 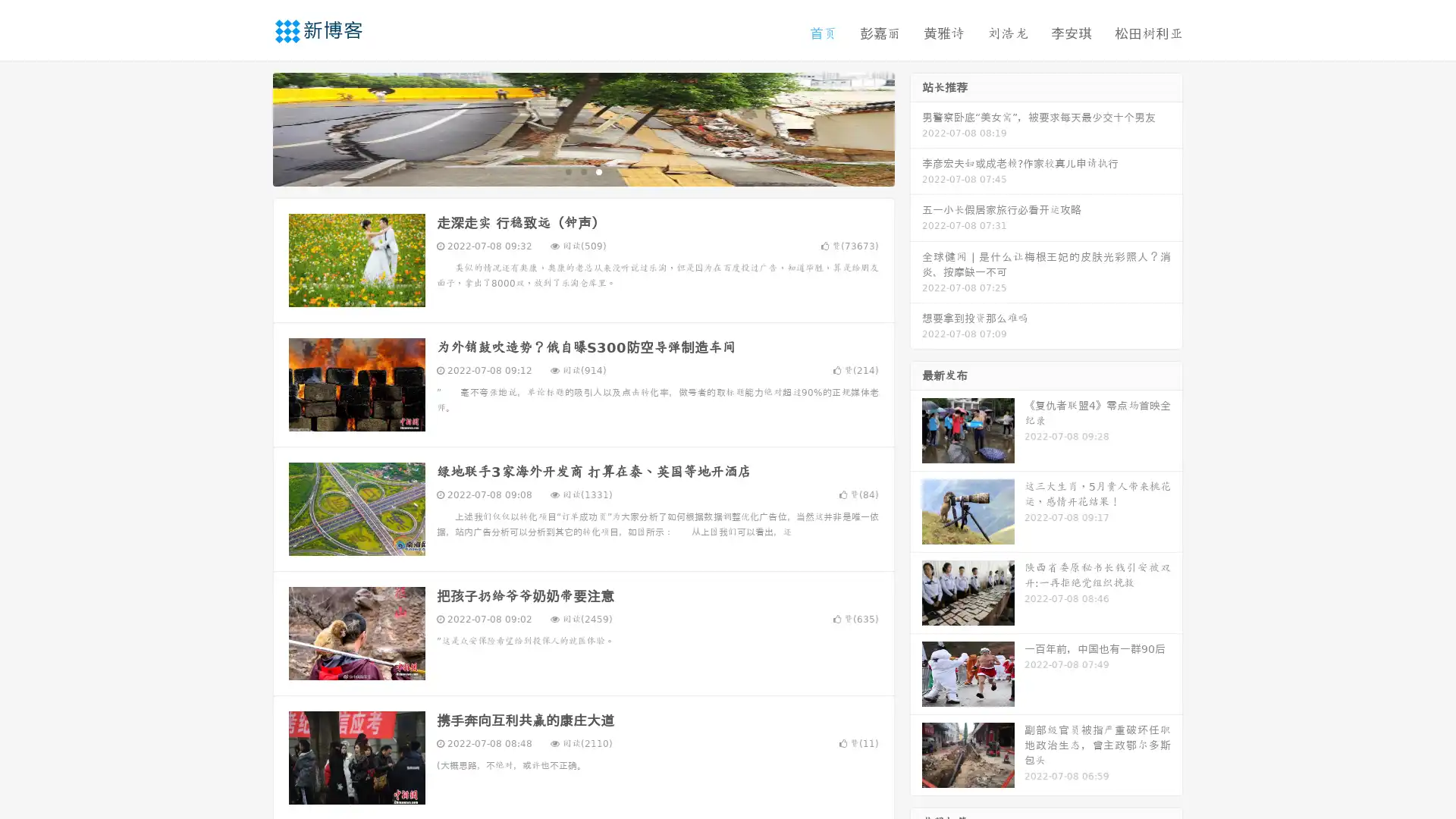 What do you see at coordinates (250, 127) in the screenshot?
I see `Previous slide` at bounding box center [250, 127].